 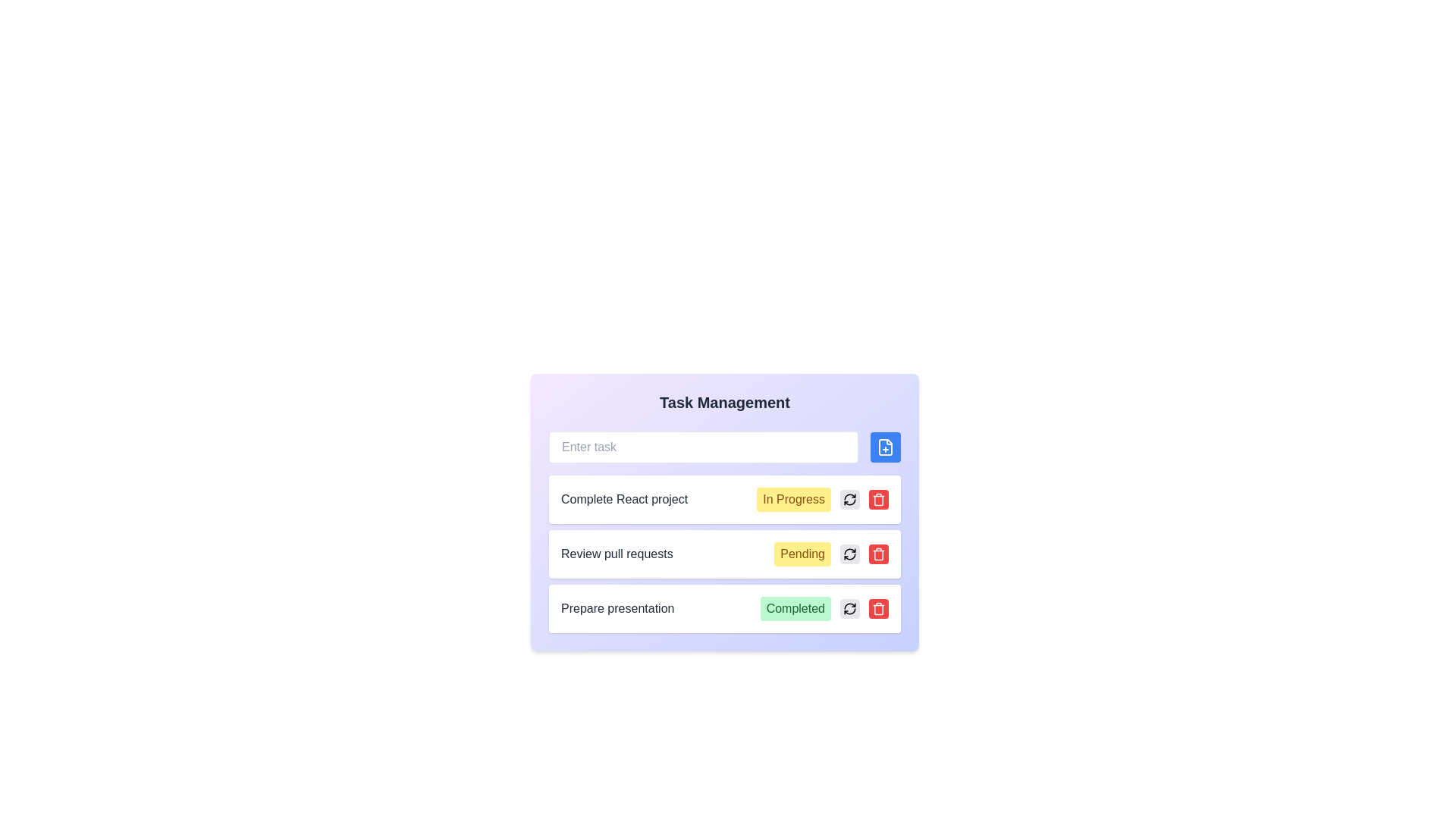 What do you see at coordinates (850, 500) in the screenshot?
I see `the SVG icon of a double arrow indicating a refreshing motion located in the 'Review pull requests' task row` at bounding box center [850, 500].